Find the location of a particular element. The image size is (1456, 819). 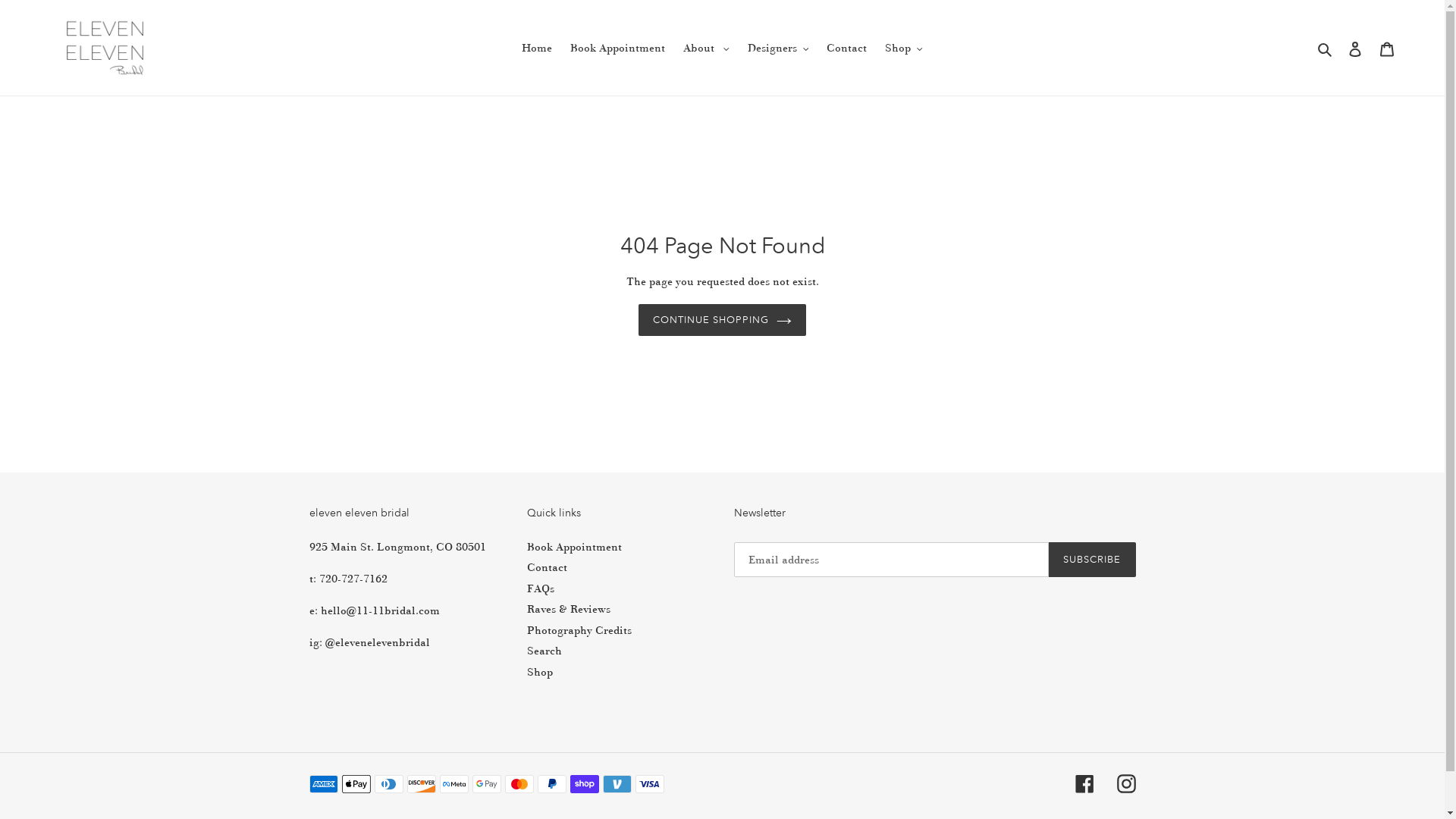

'CONTINUE SHOPPING' is located at coordinates (722, 318).